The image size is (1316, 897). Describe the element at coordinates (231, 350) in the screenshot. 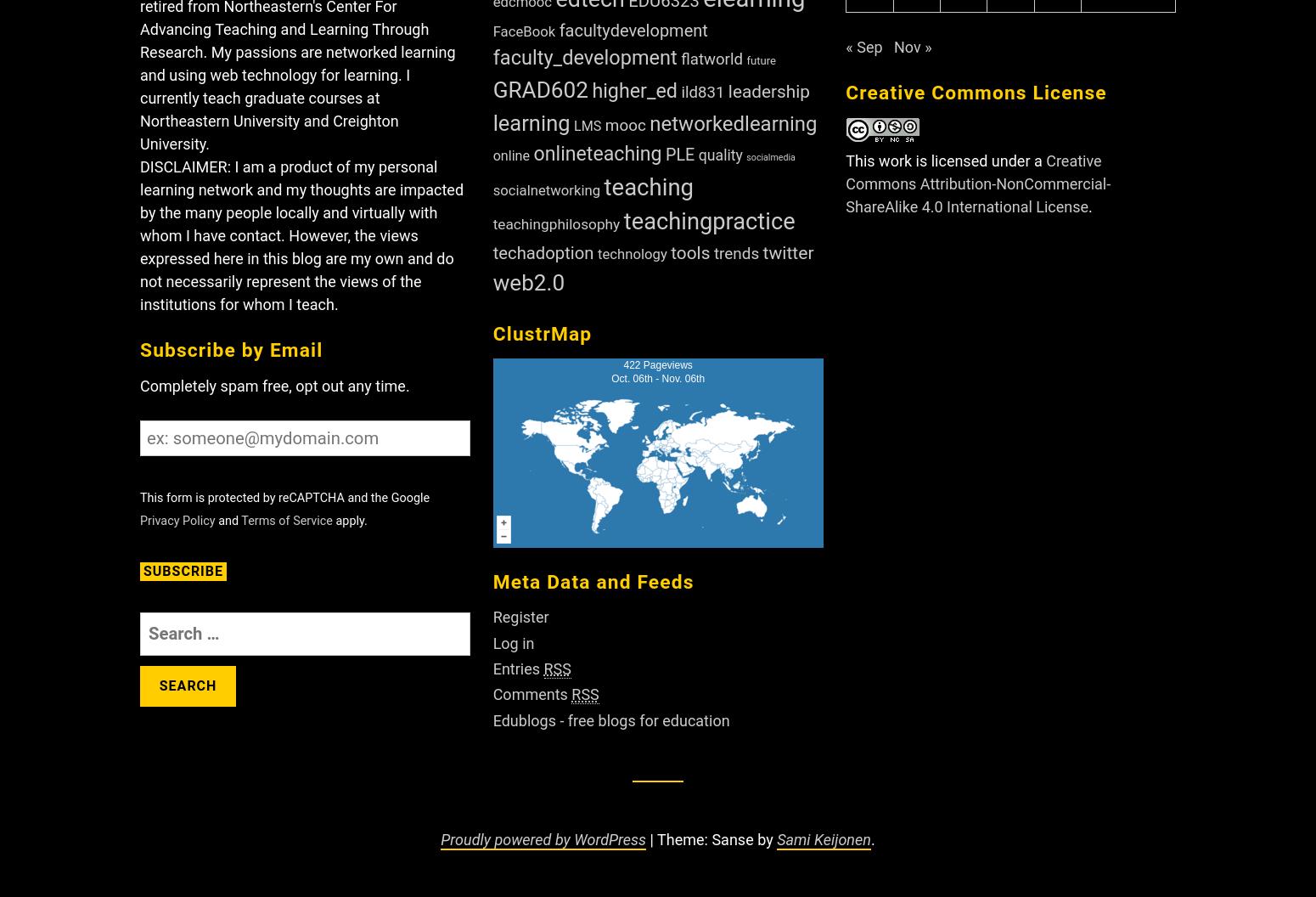

I see `'Subscribe by Email'` at that location.